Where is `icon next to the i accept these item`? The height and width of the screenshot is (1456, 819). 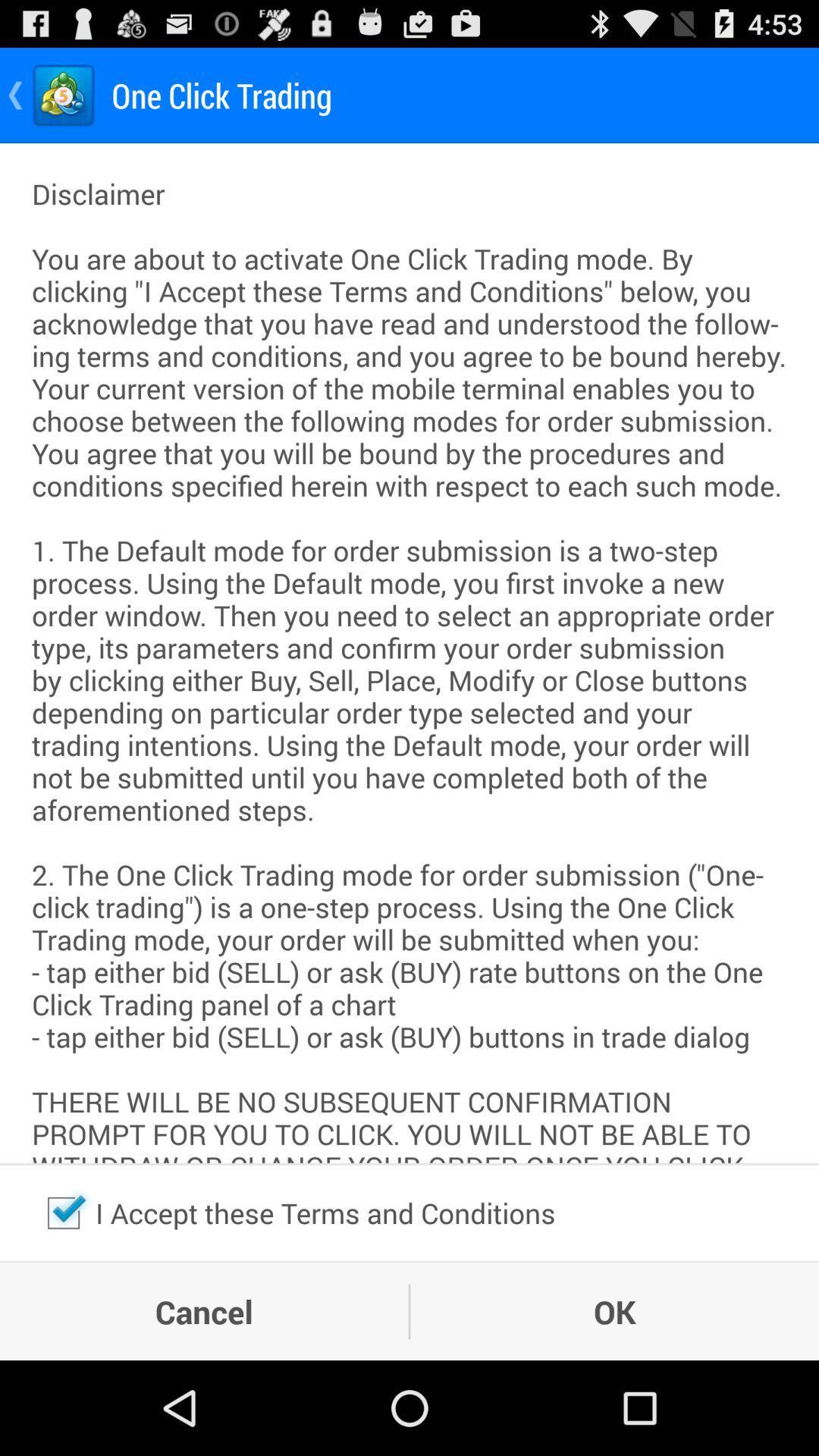
icon next to the i accept these item is located at coordinates (63, 1212).